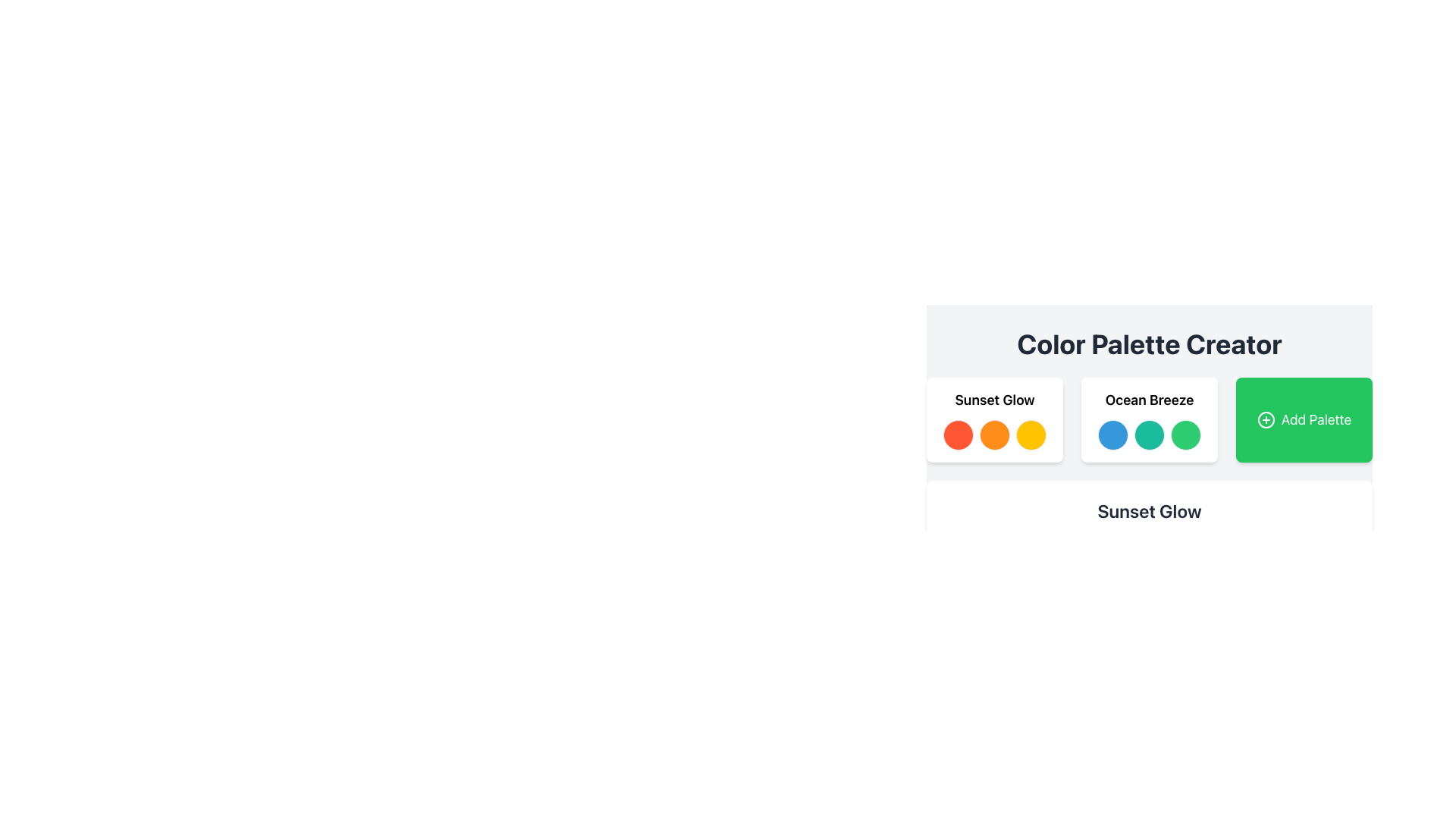 This screenshot has height=819, width=1456. What do you see at coordinates (1185, 435) in the screenshot?
I see `the colored indicator circle located in the bottom right corner of the 'Ocean Breeze' panel, which is the third circle in a row of three, representing a color in the palette` at bounding box center [1185, 435].